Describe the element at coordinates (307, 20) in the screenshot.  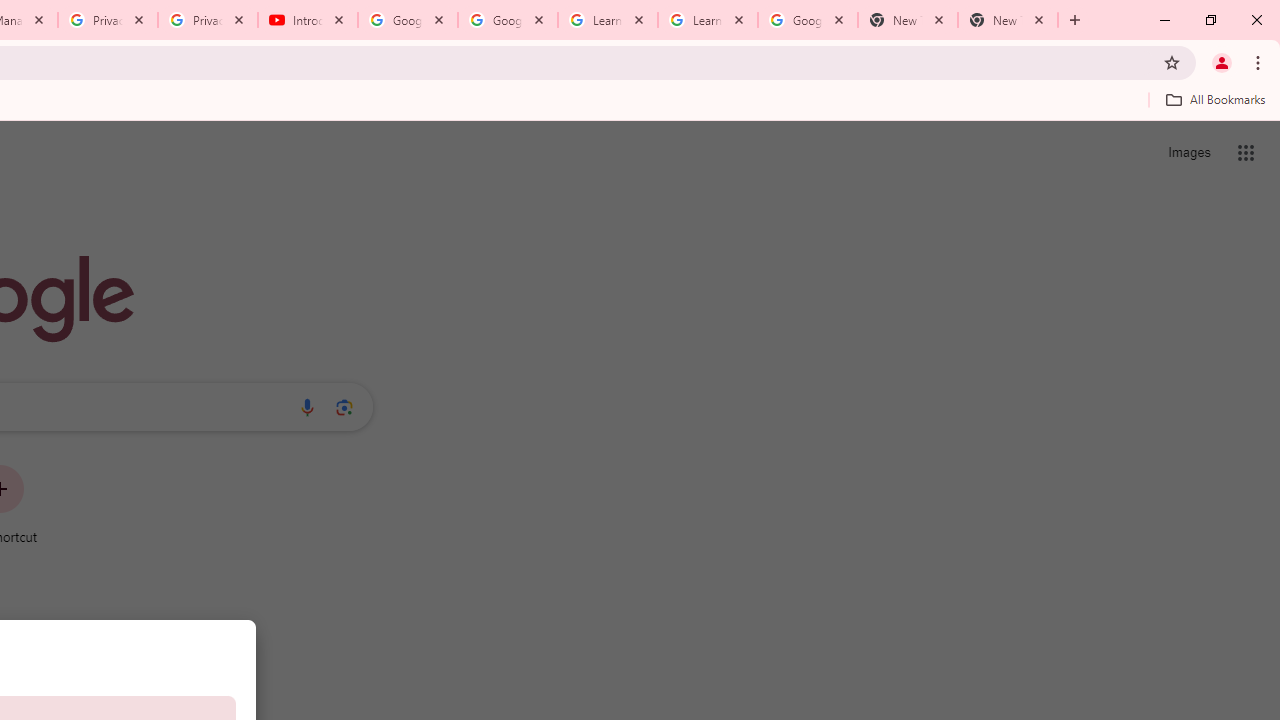
I see `'Introduction | Google Privacy Policy - YouTube'` at that location.